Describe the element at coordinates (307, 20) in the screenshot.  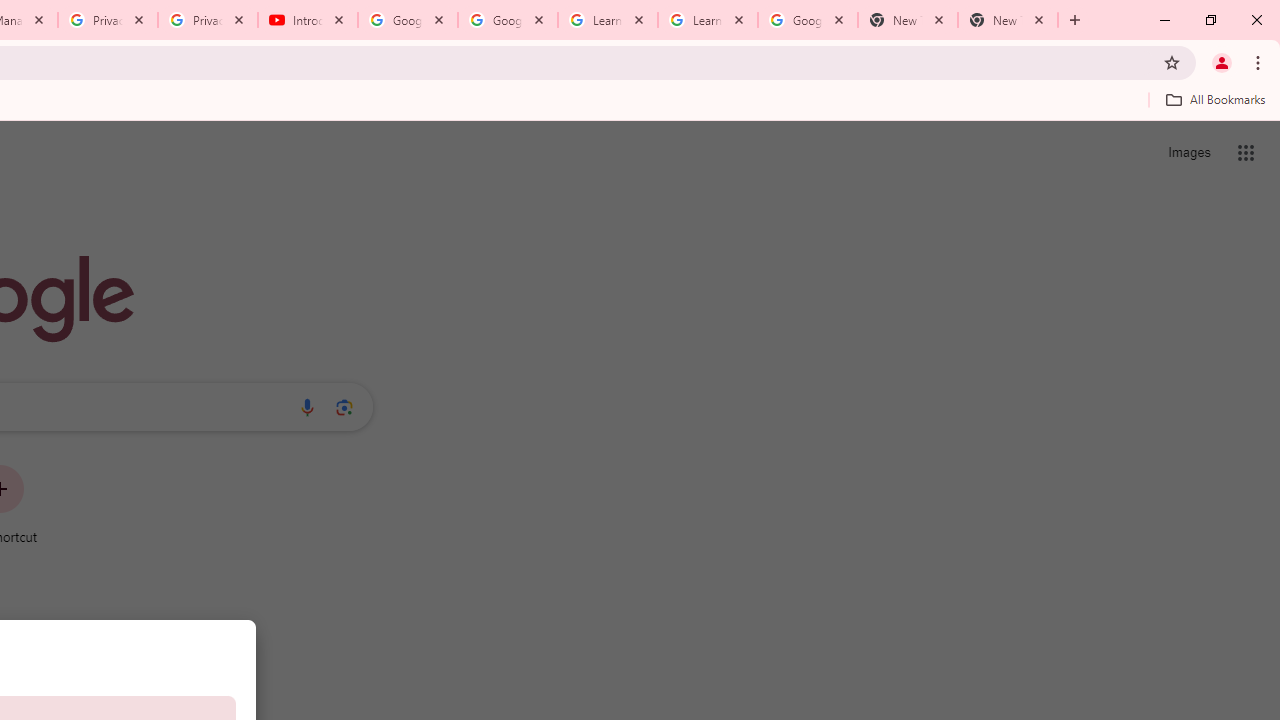
I see `'Introduction | Google Privacy Policy - YouTube'` at that location.